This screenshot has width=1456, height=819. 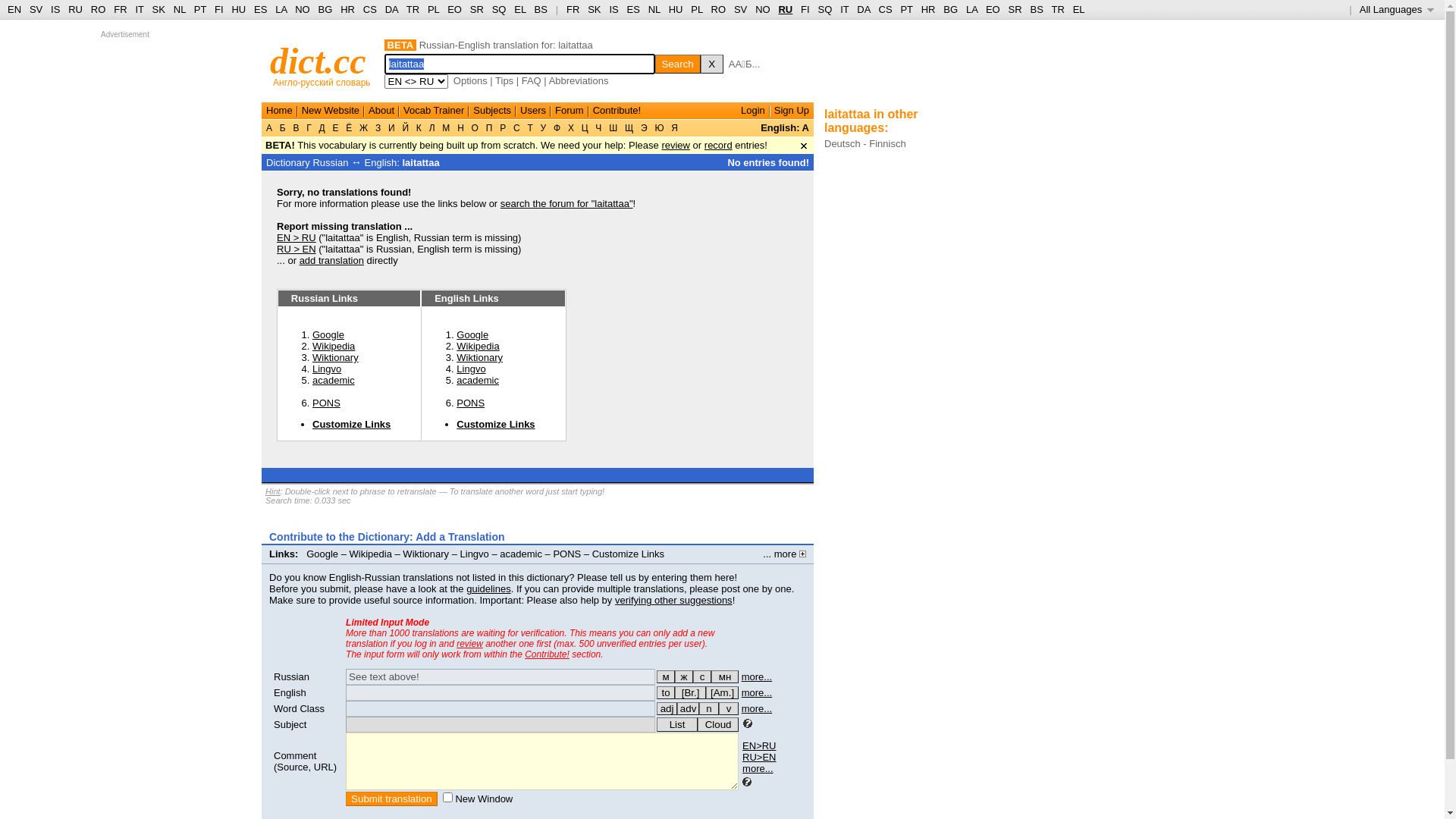 I want to click on 'SR', so click(x=1015, y=9).